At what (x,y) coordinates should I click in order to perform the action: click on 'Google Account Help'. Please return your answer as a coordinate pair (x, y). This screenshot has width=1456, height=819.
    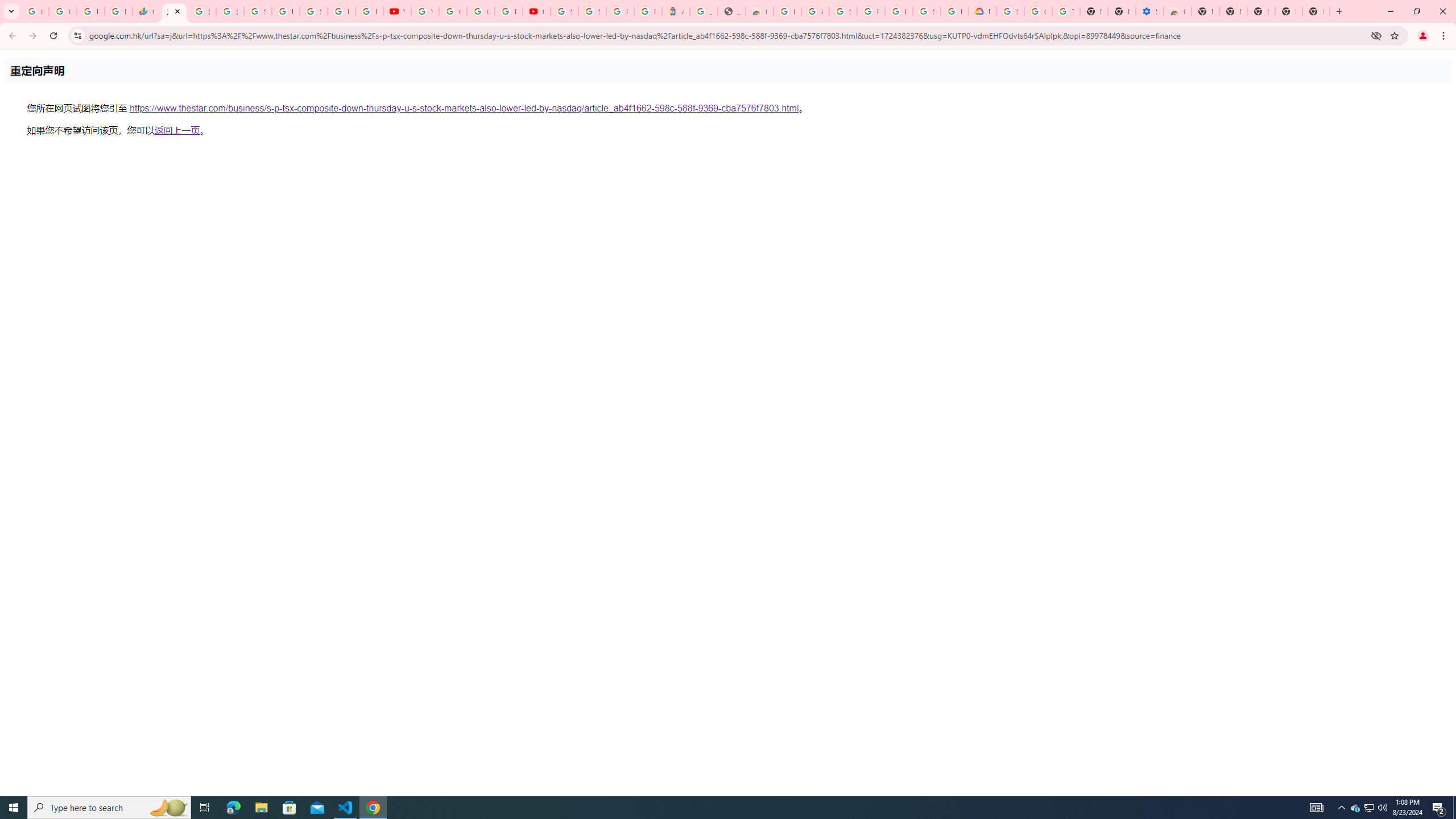
    Looking at the image, I should click on (1038, 11).